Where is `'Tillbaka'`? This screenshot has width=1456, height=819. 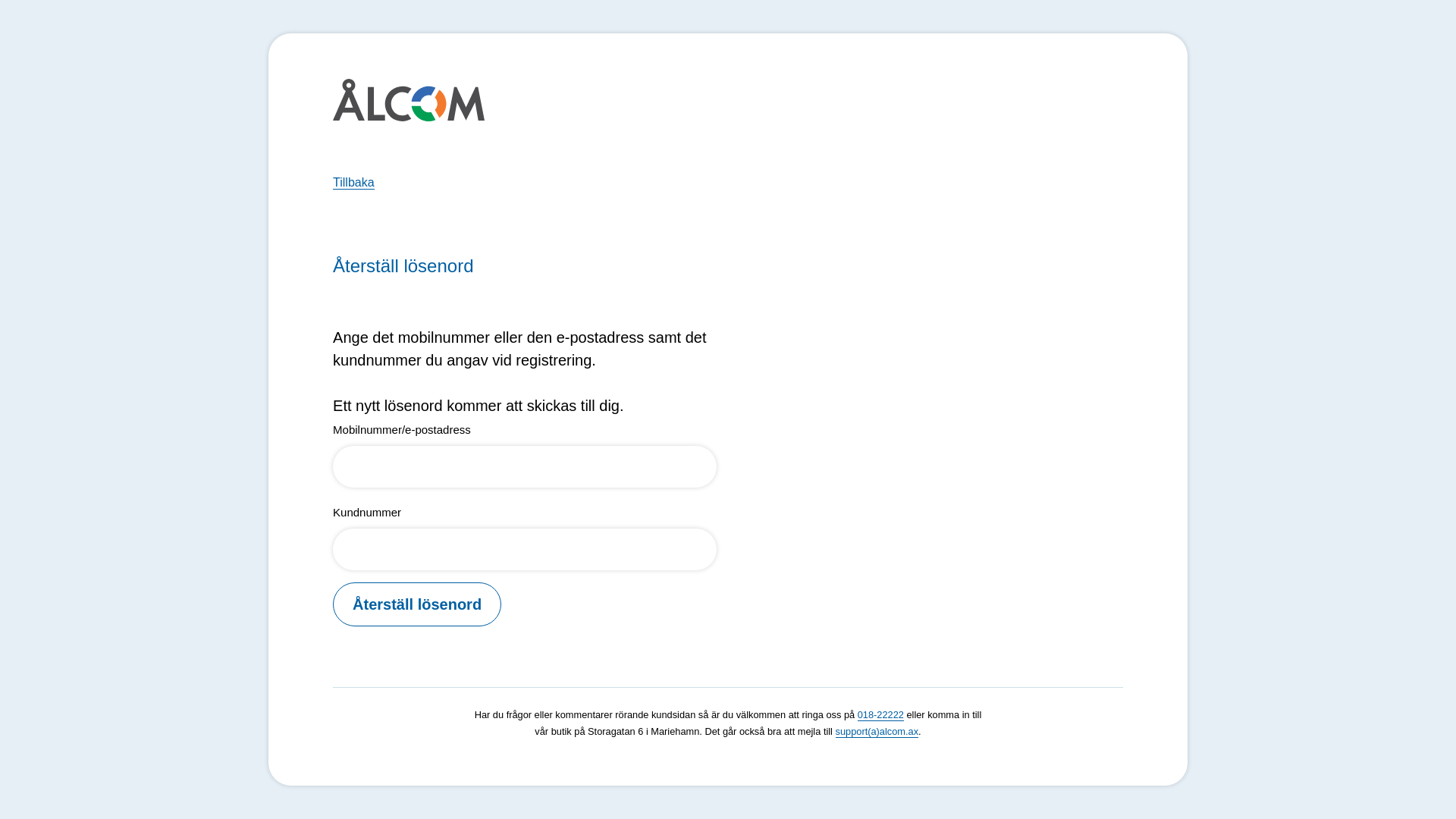 'Tillbaka' is located at coordinates (331, 181).